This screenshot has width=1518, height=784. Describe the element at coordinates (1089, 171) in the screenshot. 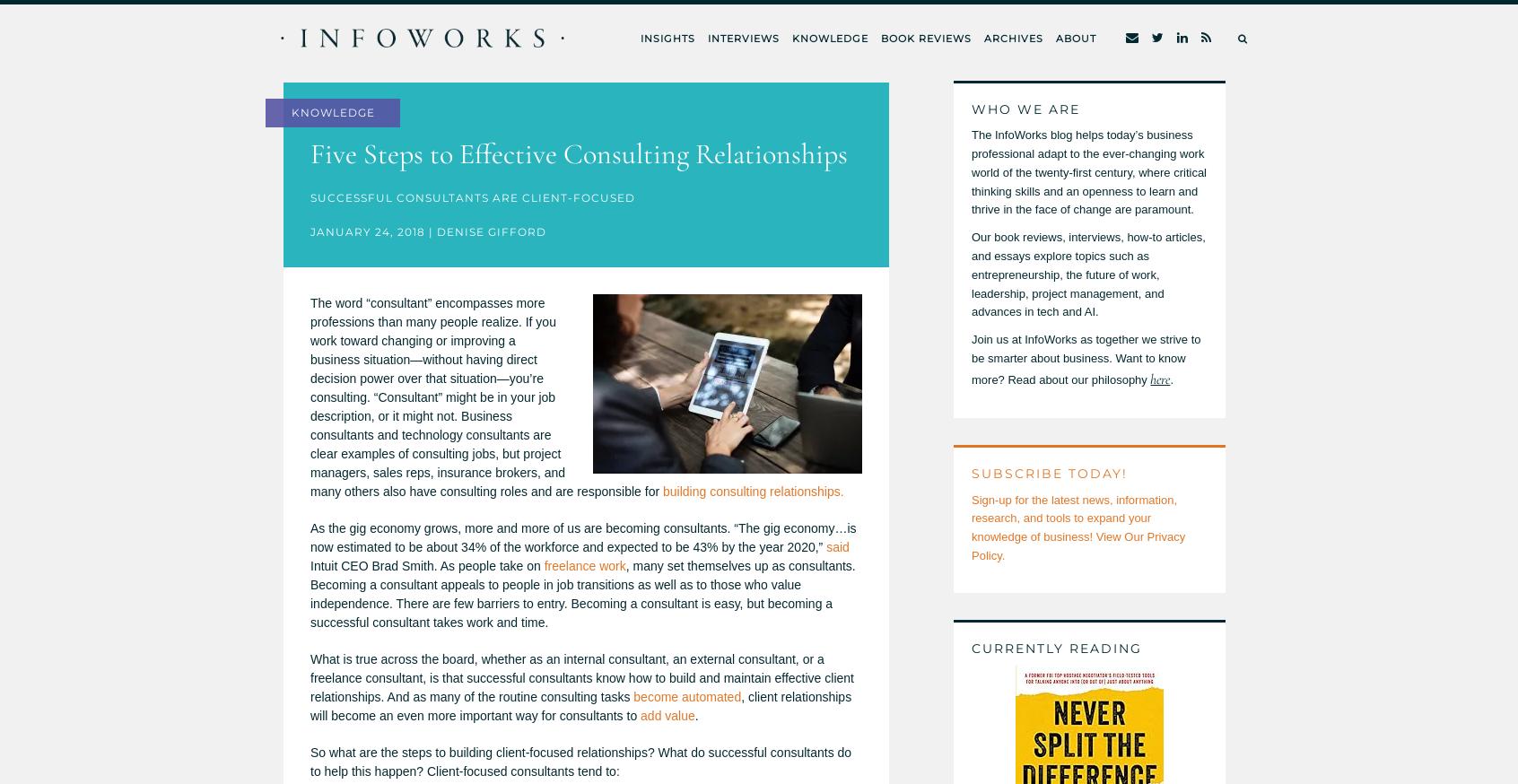

I see `'The InfoWorks blog helps today’s business professional adapt to the ever-changing work world of the twenty-first century, where critical thinking skills and an openness to learn and thrive in the face of change are paramount.'` at that location.